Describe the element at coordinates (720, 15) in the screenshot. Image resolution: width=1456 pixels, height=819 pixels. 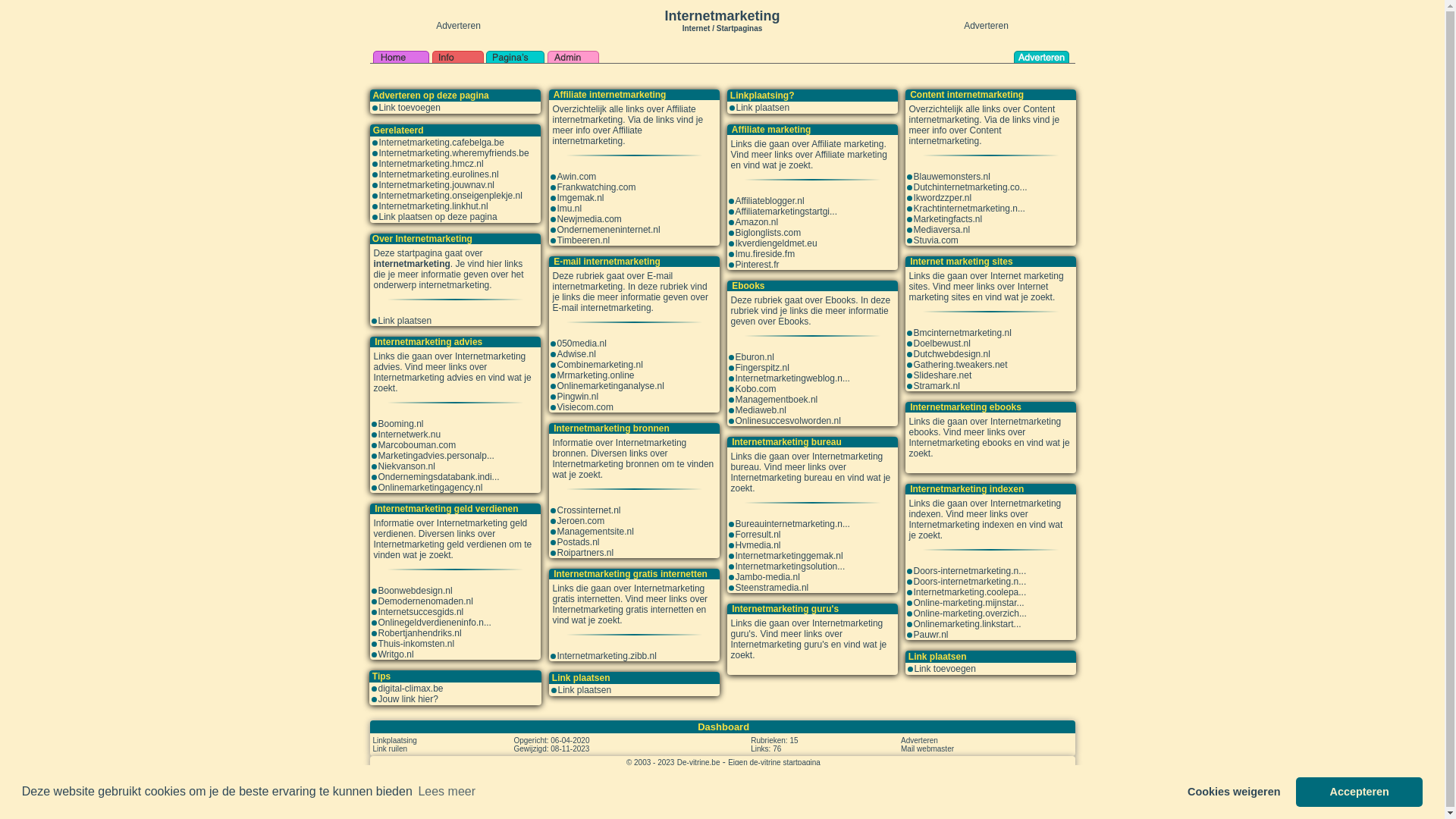
I see `'Internetmarketing'` at that location.